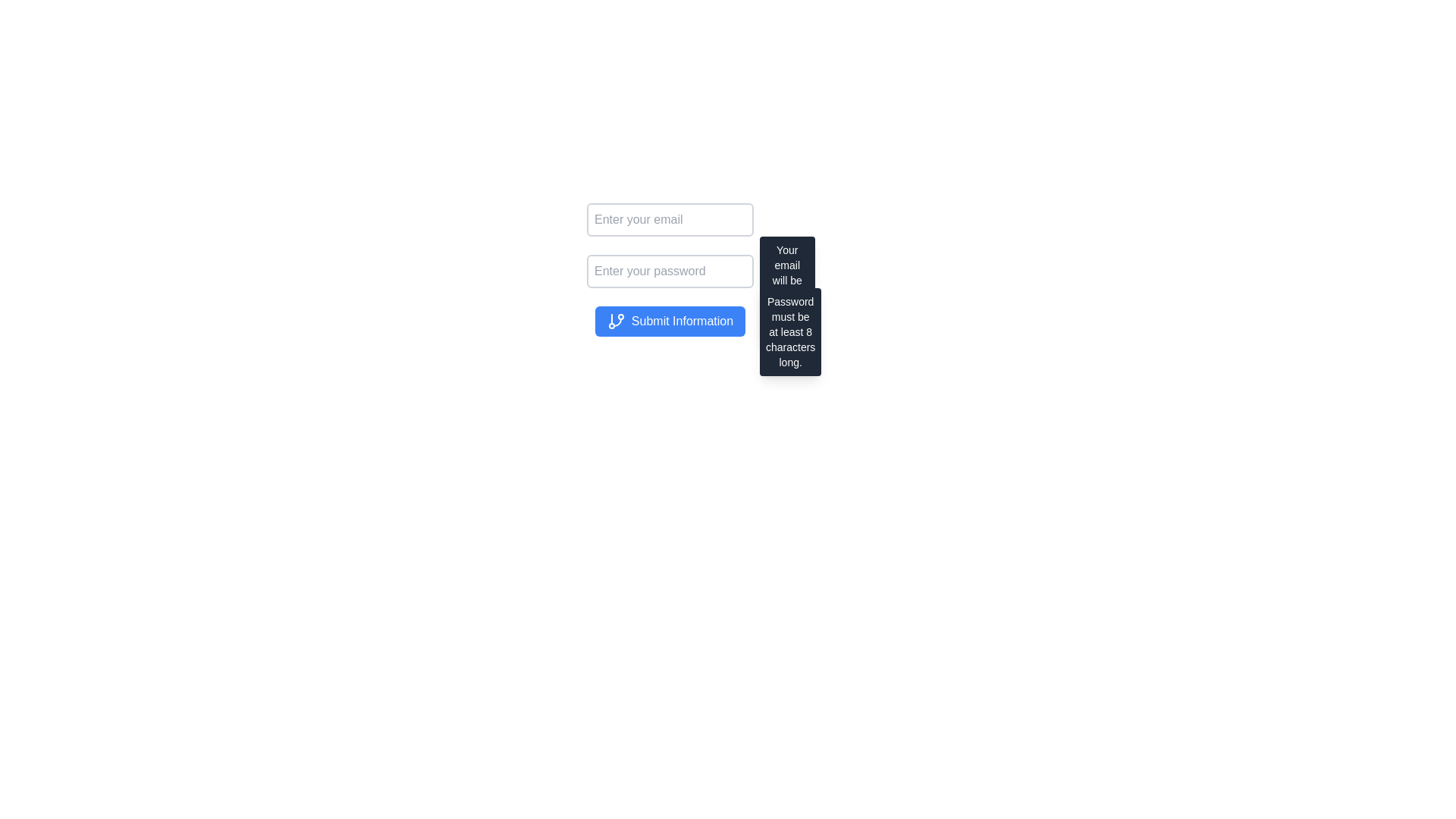 The width and height of the screenshot is (1456, 819). What do you see at coordinates (669, 219) in the screenshot?
I see `the text input field for entering email address, which is the first input field in a vertical stack above the password input field, to place the cursor inside` at bounding box center [669, 219].